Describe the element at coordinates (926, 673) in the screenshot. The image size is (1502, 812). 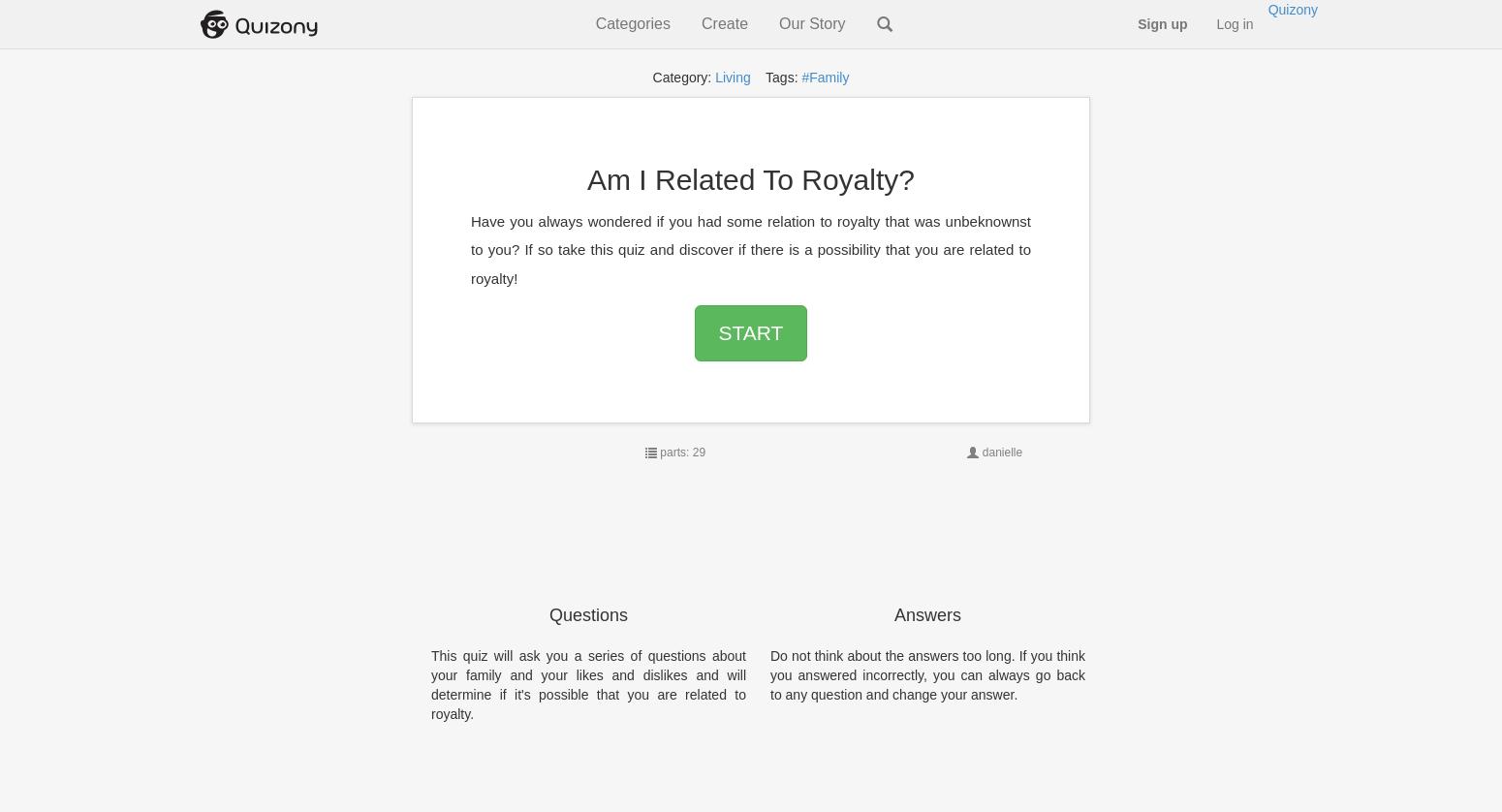
I see `'Do not think about the answers too long. If you think you answered incorrectly, you can always go back to any question and change your answer.'` at that location.